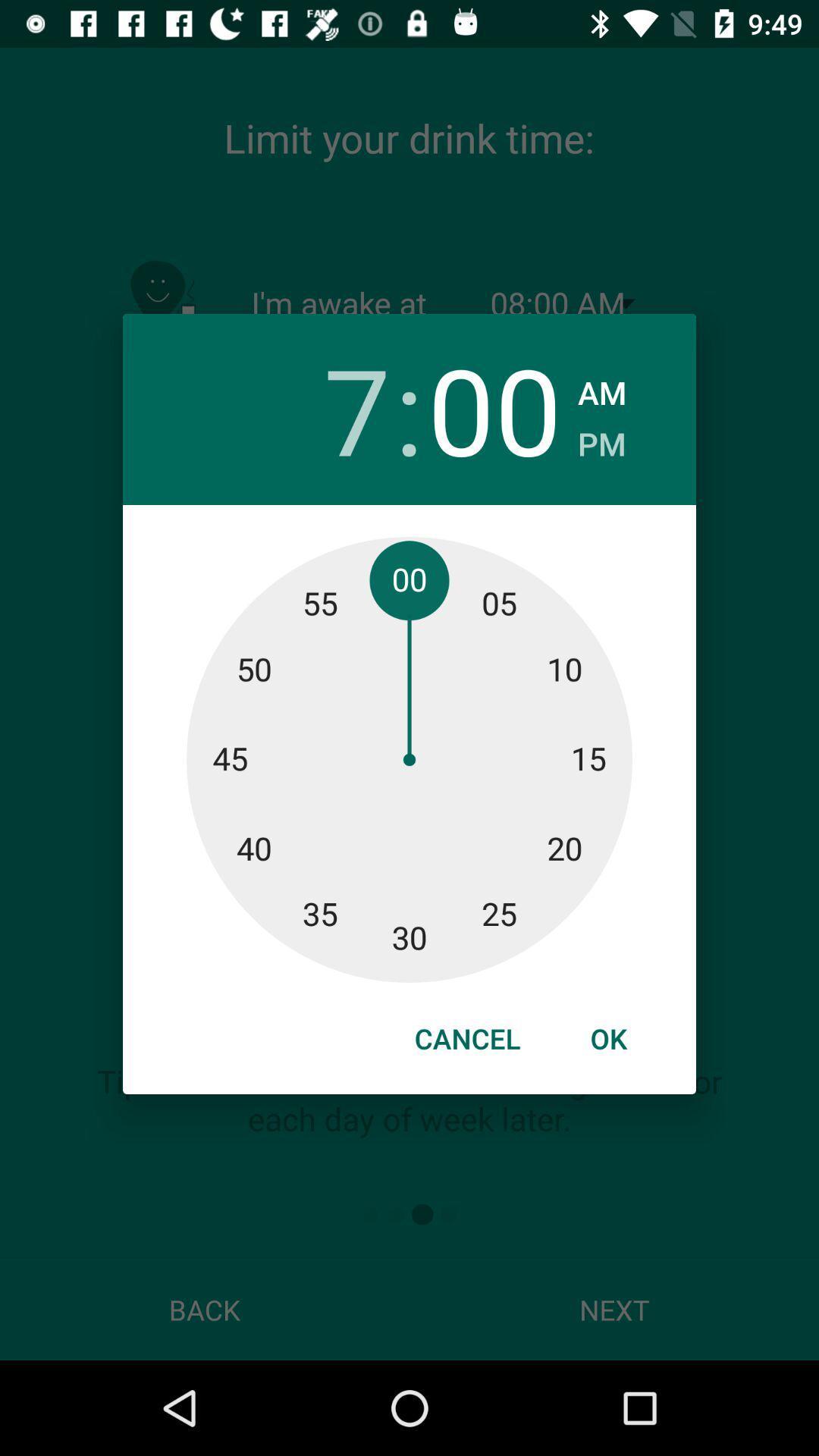 The image size is (819, 1456). What do you see at coordinates (466, 1037) in the screenshot?
I see `the item to the left of the ok icon` at bounding box center [466, 1037].